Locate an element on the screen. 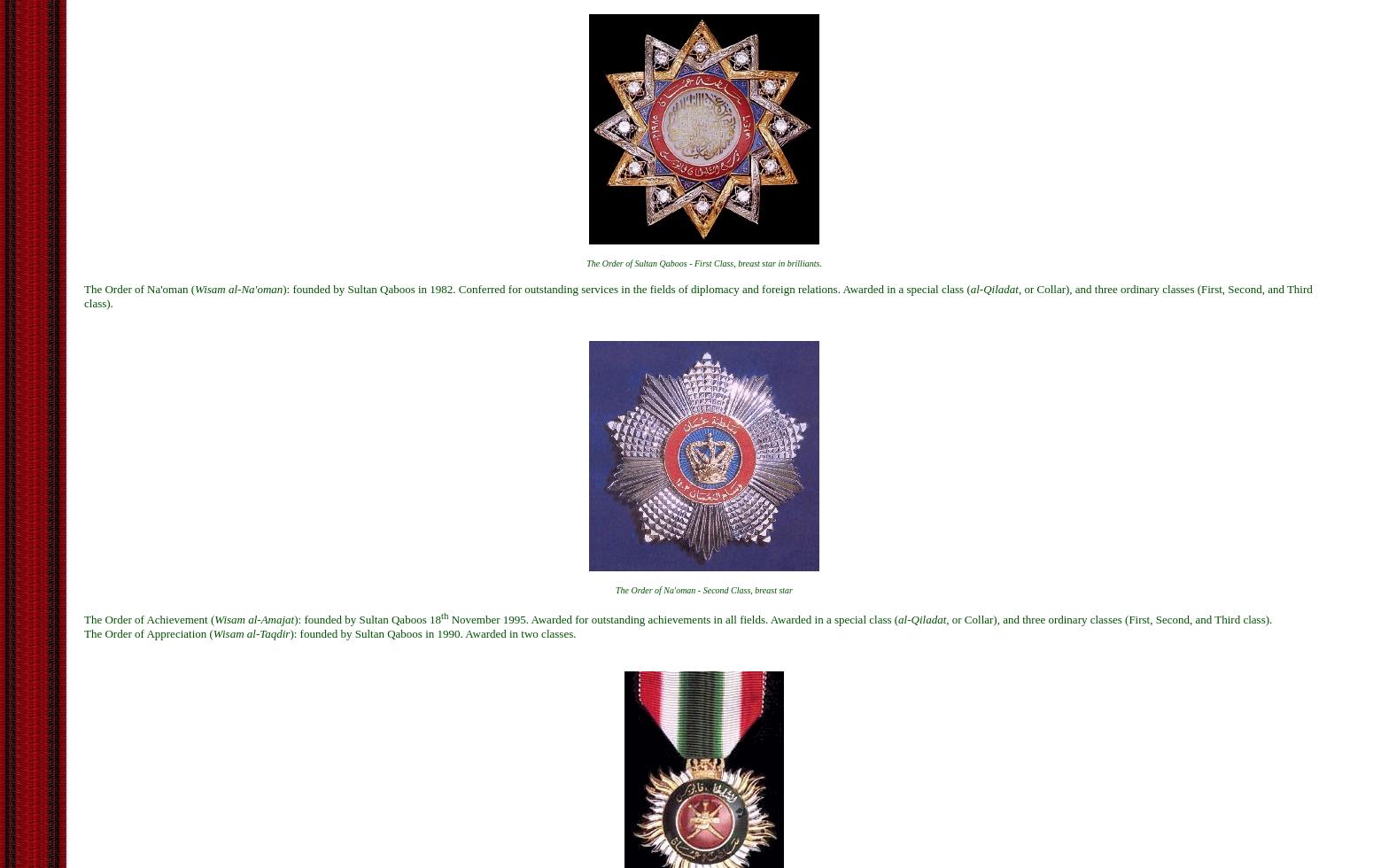 The image size is (1373, 868). '.' is located at coordinates (819, 263).